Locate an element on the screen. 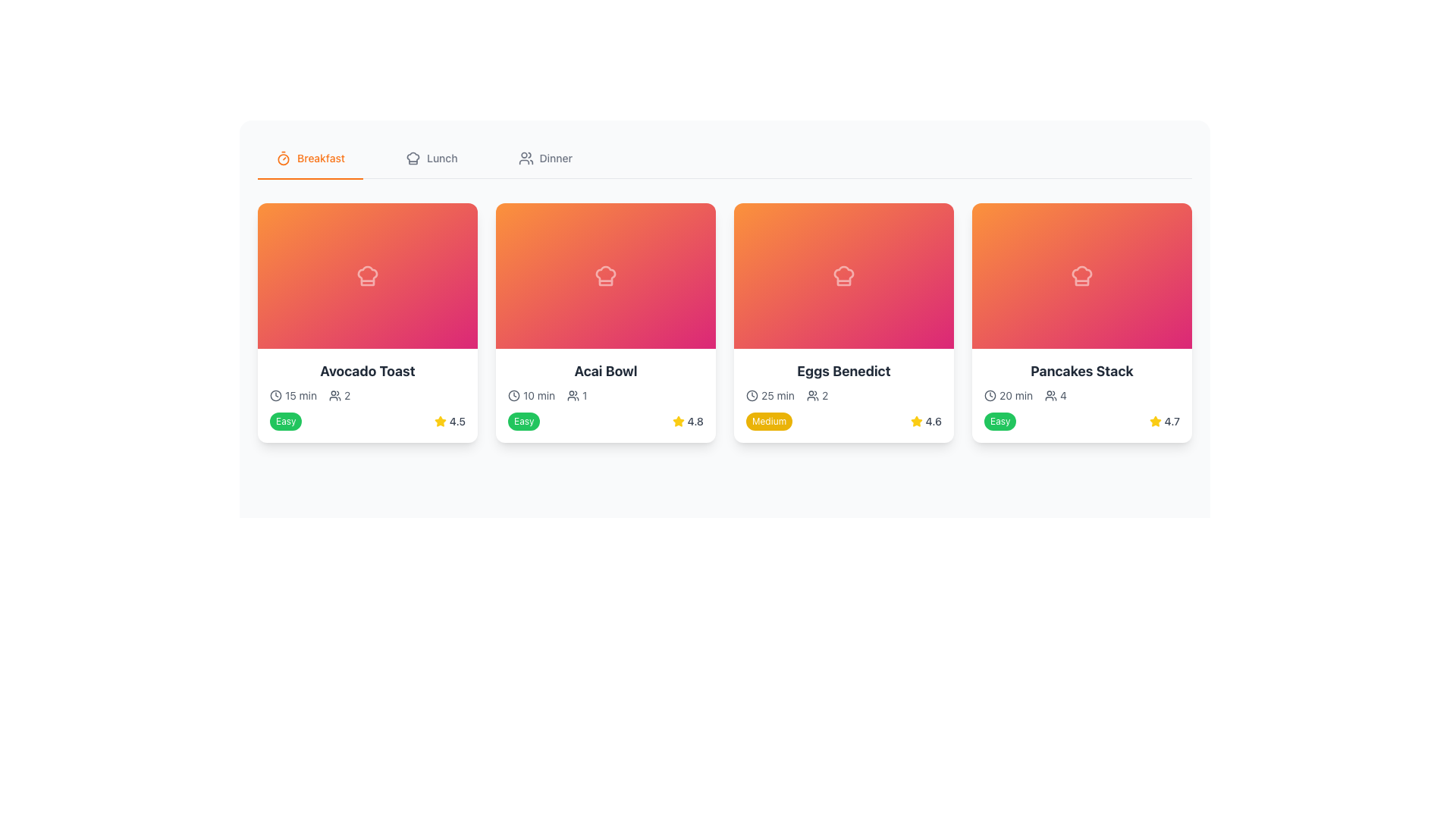  numeric value displayed in the text label '4.6' located in the third card of the grid, adjacent to the yellow star icon in the rating visualization is located at coordinates (933, 421).